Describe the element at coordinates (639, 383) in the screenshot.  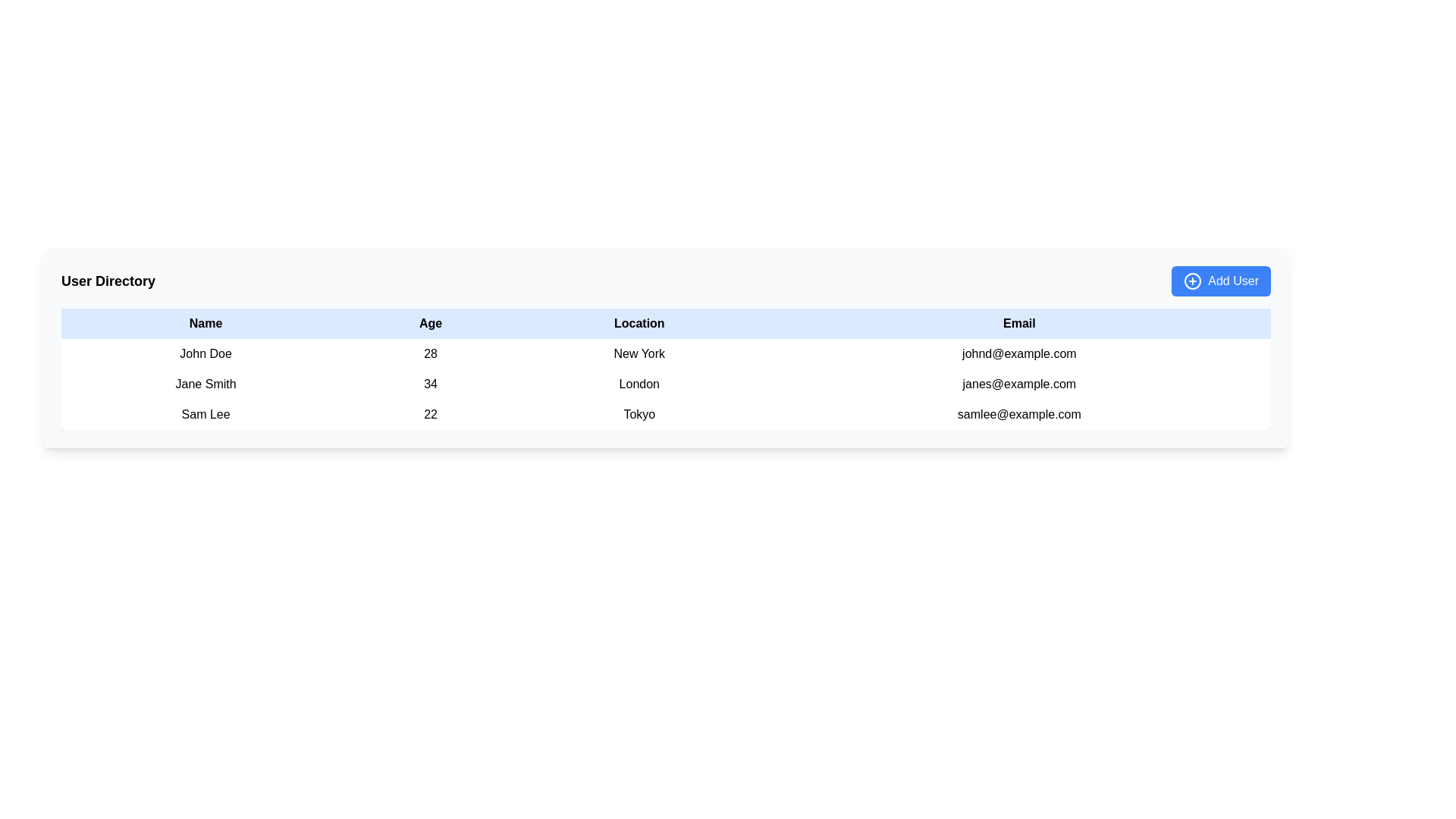
I see `text content of the static text label displaying the location information for Jane Smith, which is the third item in the row containing Name, Age, Location, and Email` at that location.